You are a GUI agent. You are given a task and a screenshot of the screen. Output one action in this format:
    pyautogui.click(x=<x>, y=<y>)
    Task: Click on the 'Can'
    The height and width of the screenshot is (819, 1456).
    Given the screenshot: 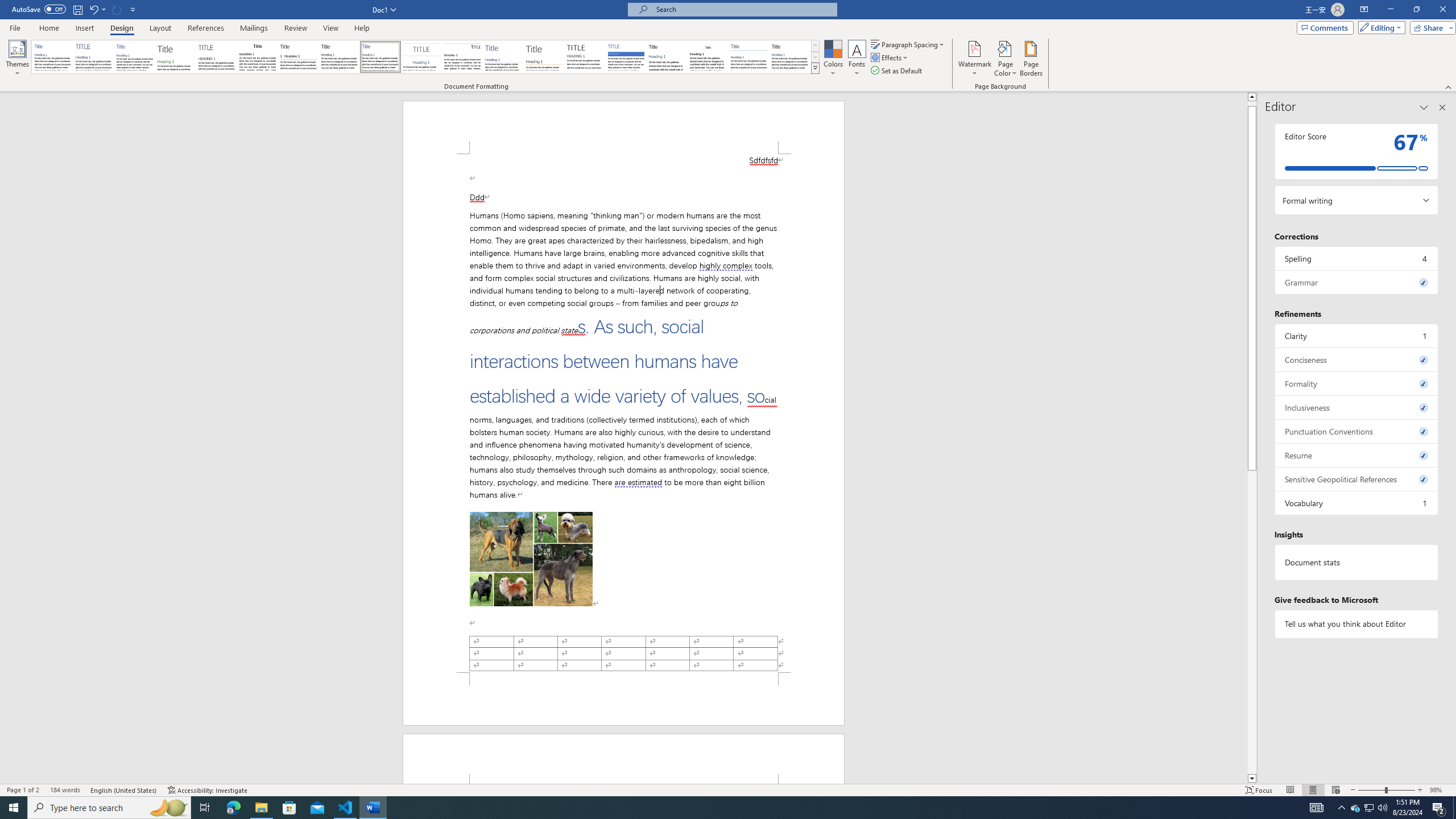 What is the action you would take?
    pyautogui.click(x=117, y=9)
    